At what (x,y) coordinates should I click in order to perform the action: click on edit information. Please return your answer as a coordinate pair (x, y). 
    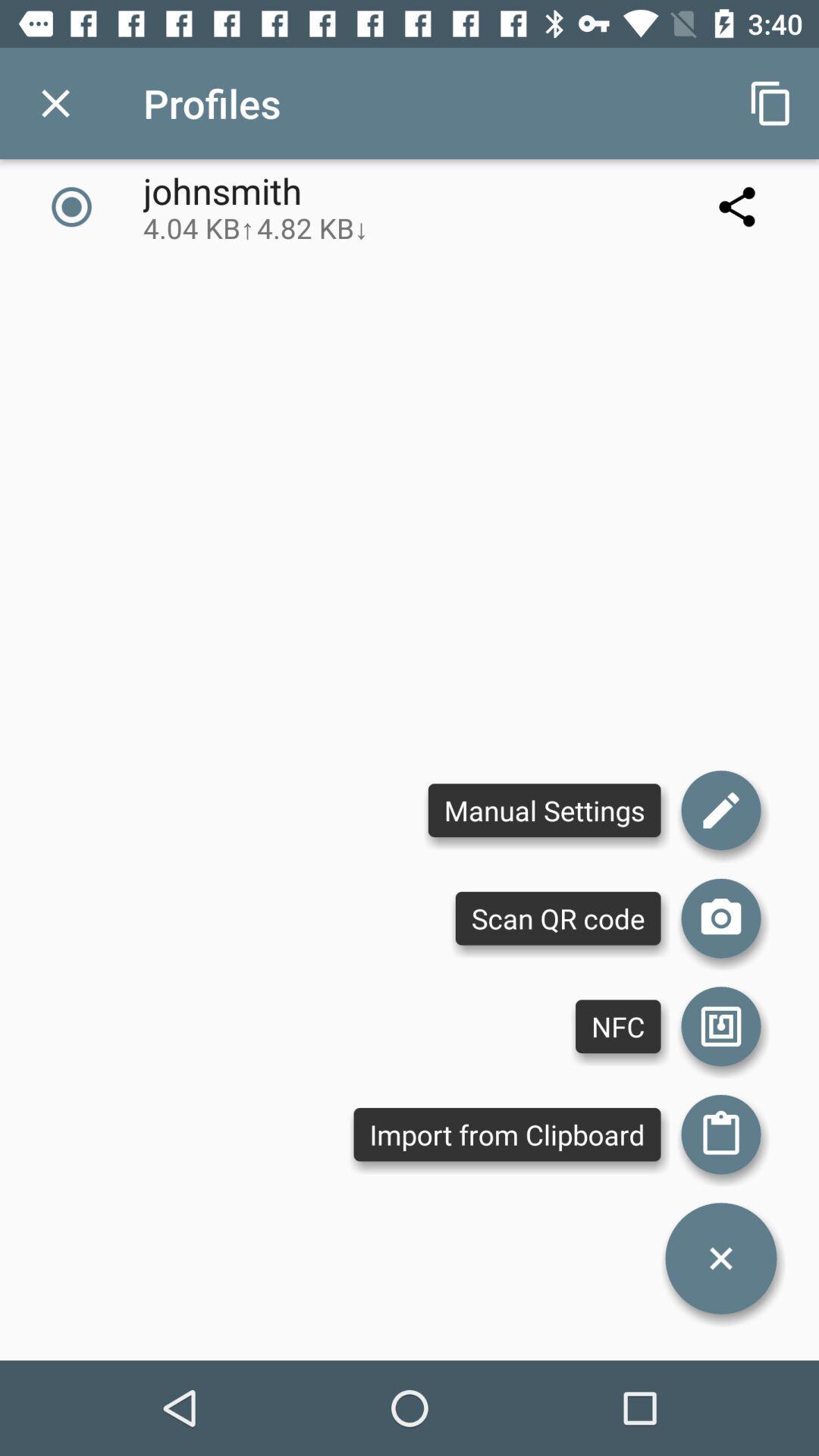
    Looking at the image, I should click on (720, 809).